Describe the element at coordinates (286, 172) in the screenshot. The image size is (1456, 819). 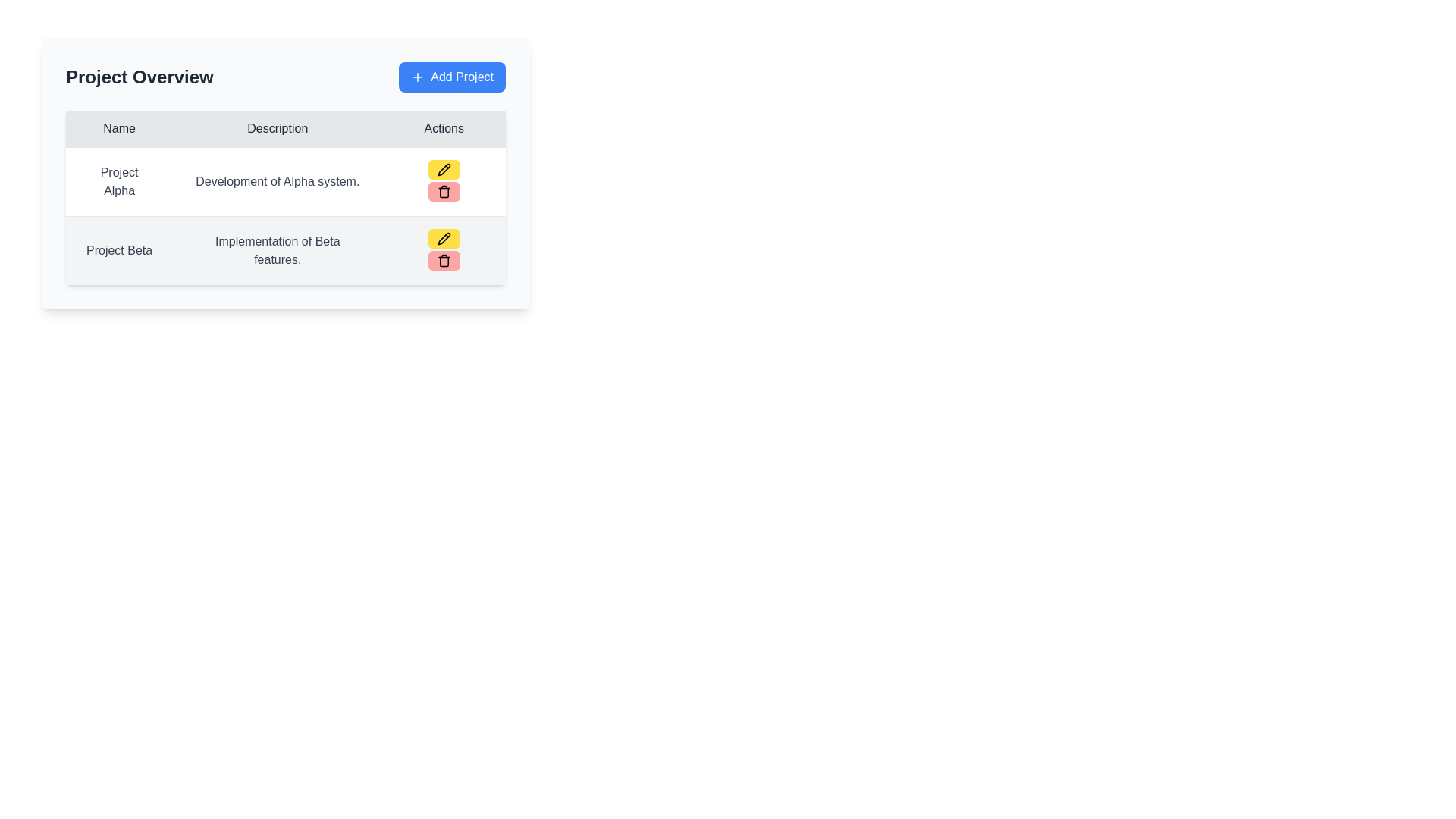
I see `the static text element that describes 'Project Alpha' located in the 'Description' column of the first data row within the table` at that location.